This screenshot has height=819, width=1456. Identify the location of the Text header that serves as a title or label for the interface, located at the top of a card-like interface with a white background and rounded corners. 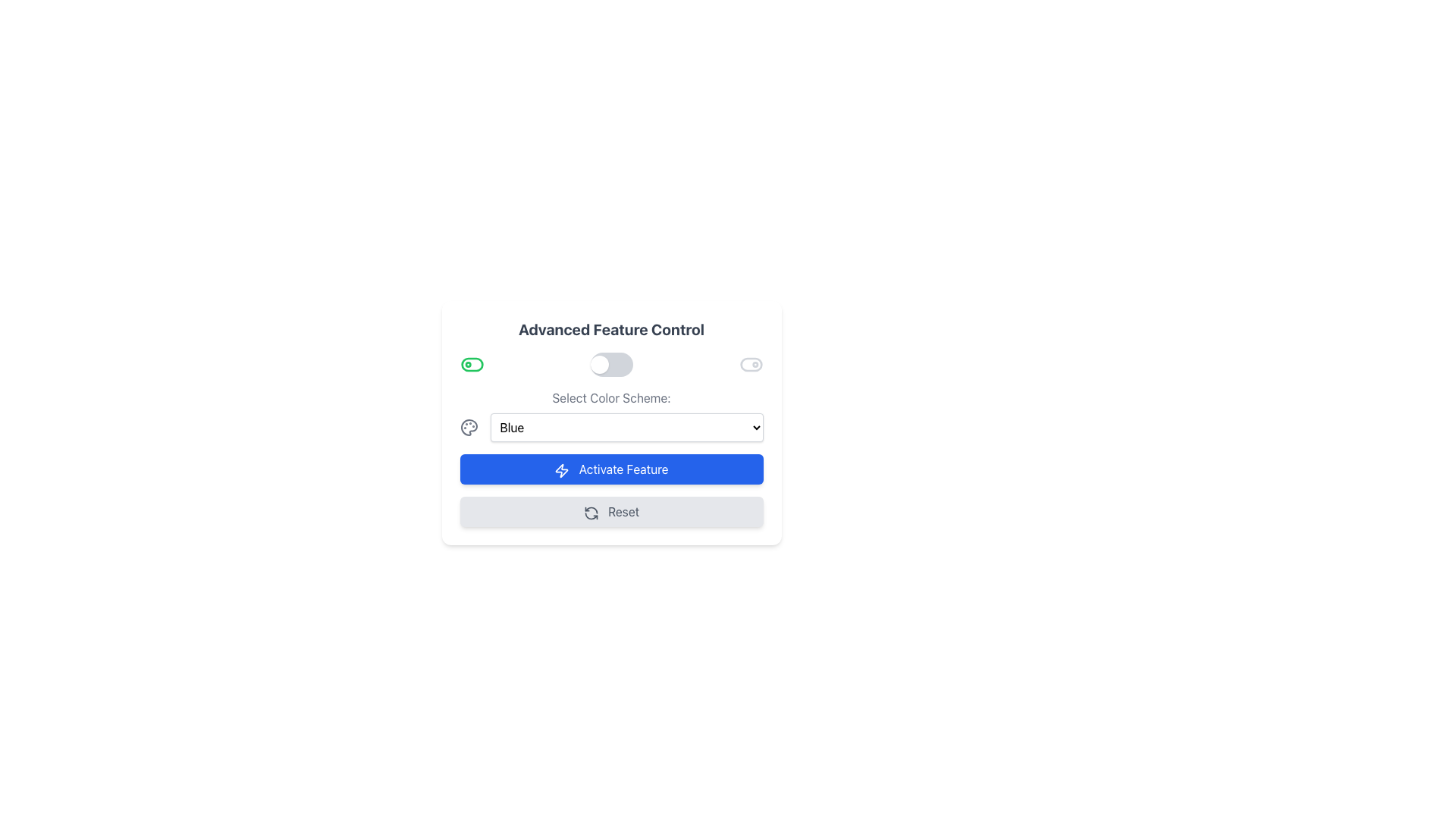
(611, 329).